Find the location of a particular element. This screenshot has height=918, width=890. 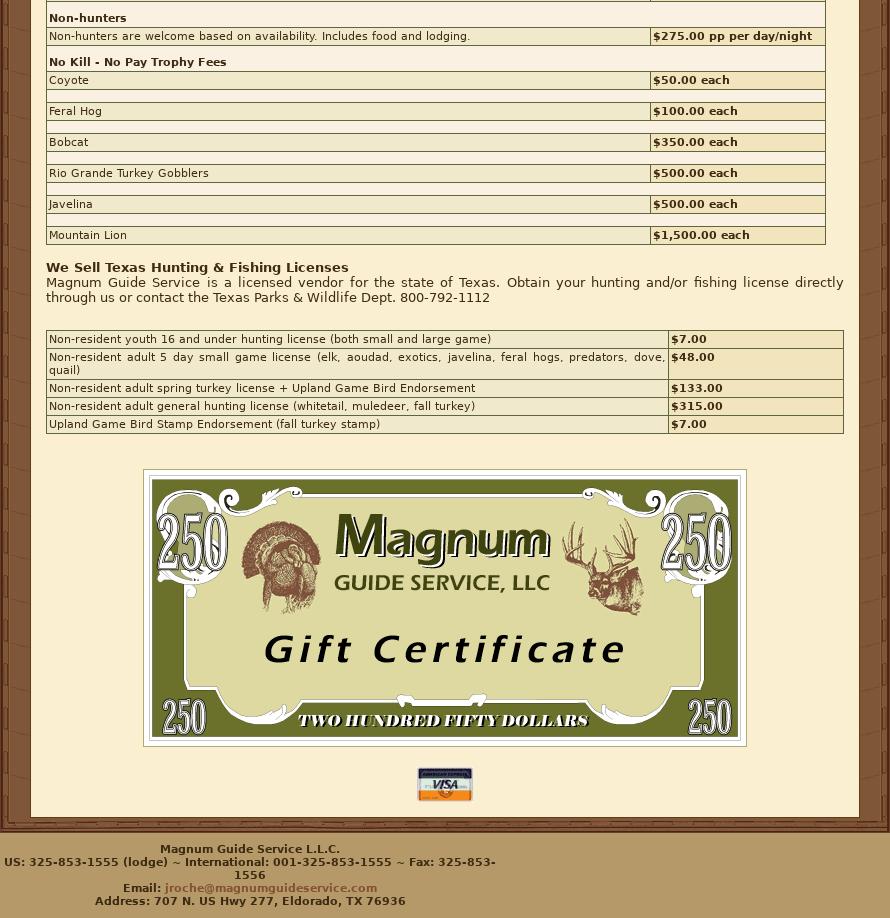

'$1,500.00 each' is located at coordinates (700, 234).